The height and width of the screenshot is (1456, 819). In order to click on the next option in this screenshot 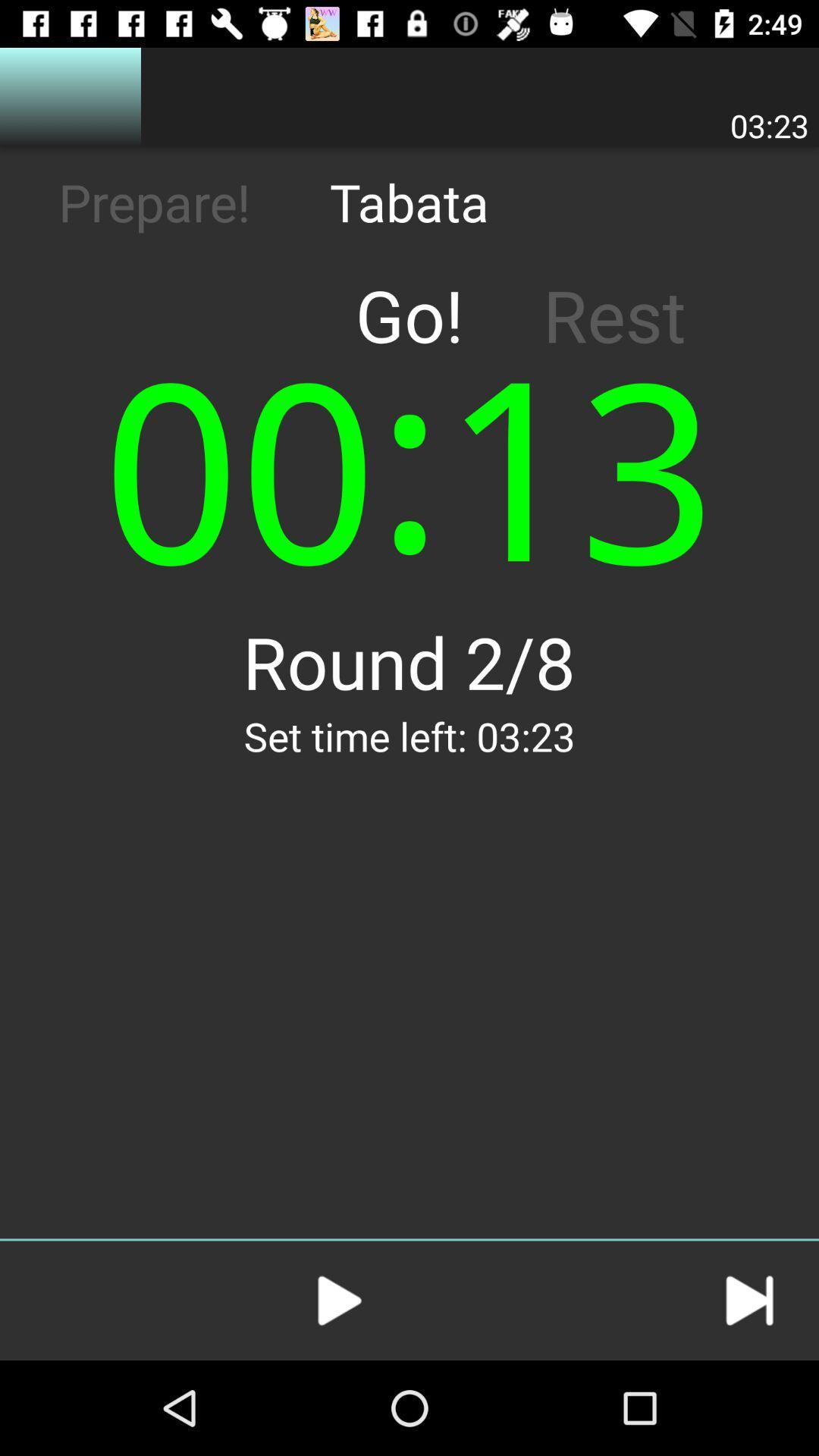, I will do `click(748, 1300)`.